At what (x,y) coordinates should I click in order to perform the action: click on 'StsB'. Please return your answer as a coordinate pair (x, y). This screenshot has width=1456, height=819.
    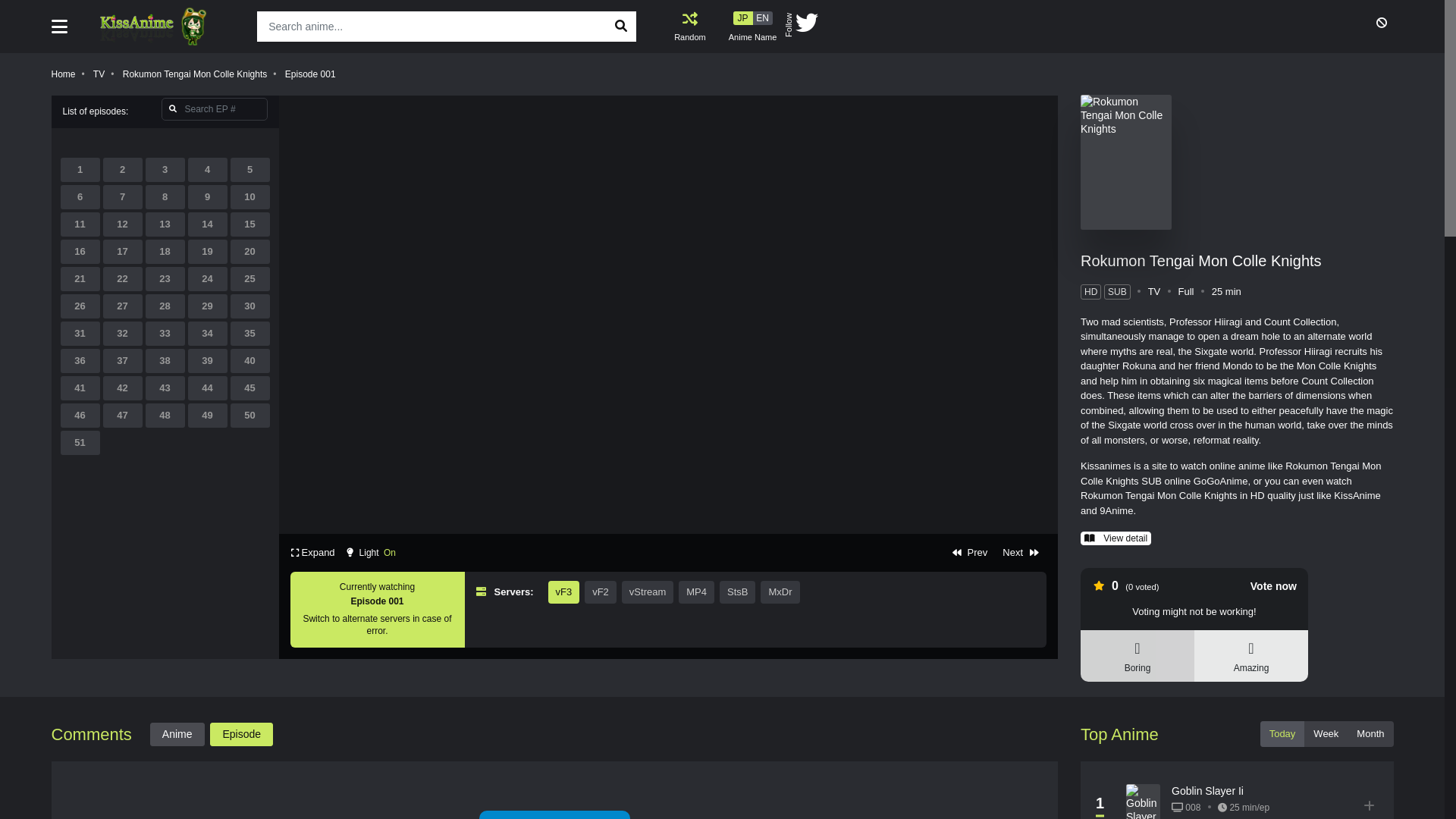
    Looking at the image, I should click on (737, 591).